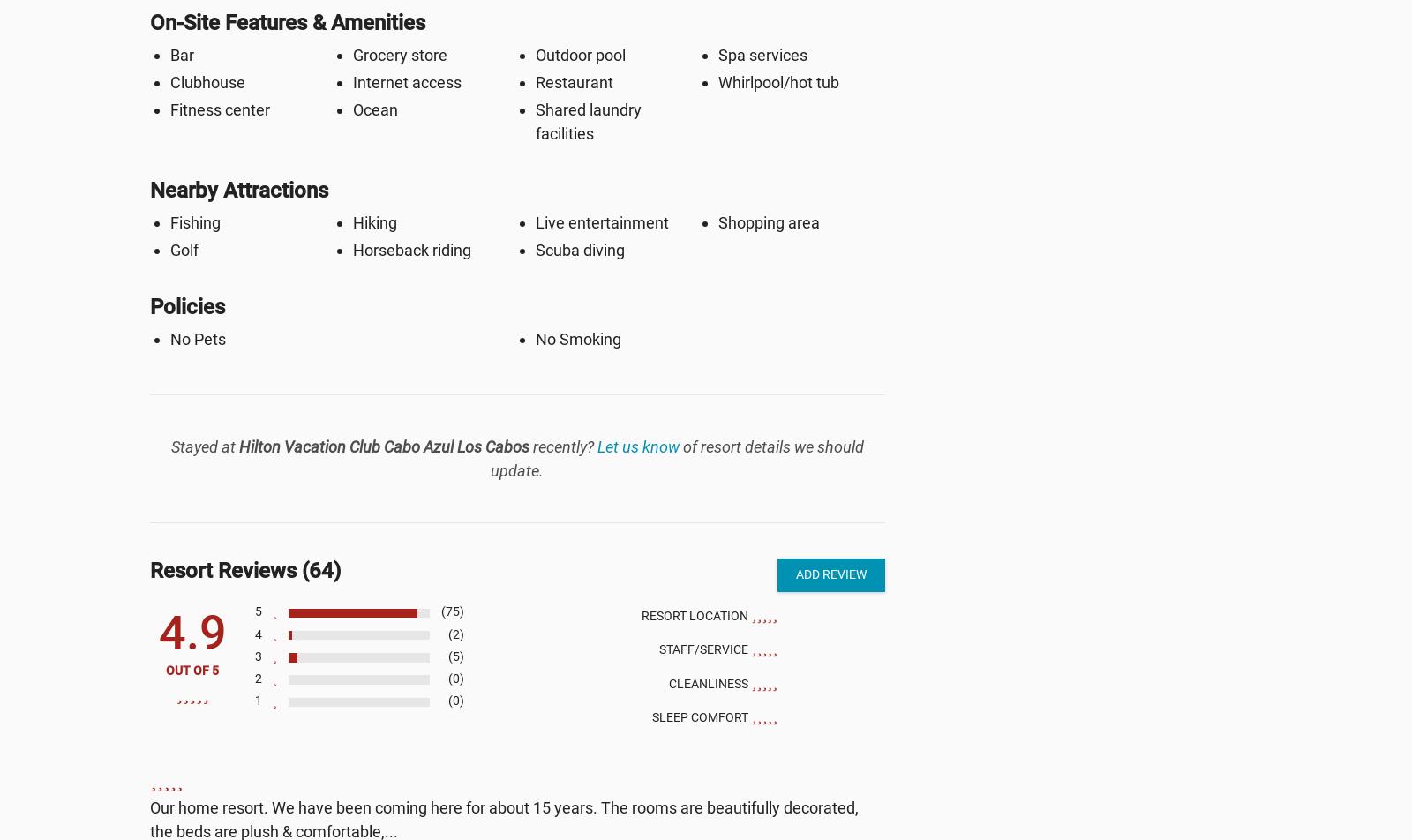  What do you see at coordinates (169, 249) in the screenshot?
I see `'Golf'` at bounding box center [169, 249].